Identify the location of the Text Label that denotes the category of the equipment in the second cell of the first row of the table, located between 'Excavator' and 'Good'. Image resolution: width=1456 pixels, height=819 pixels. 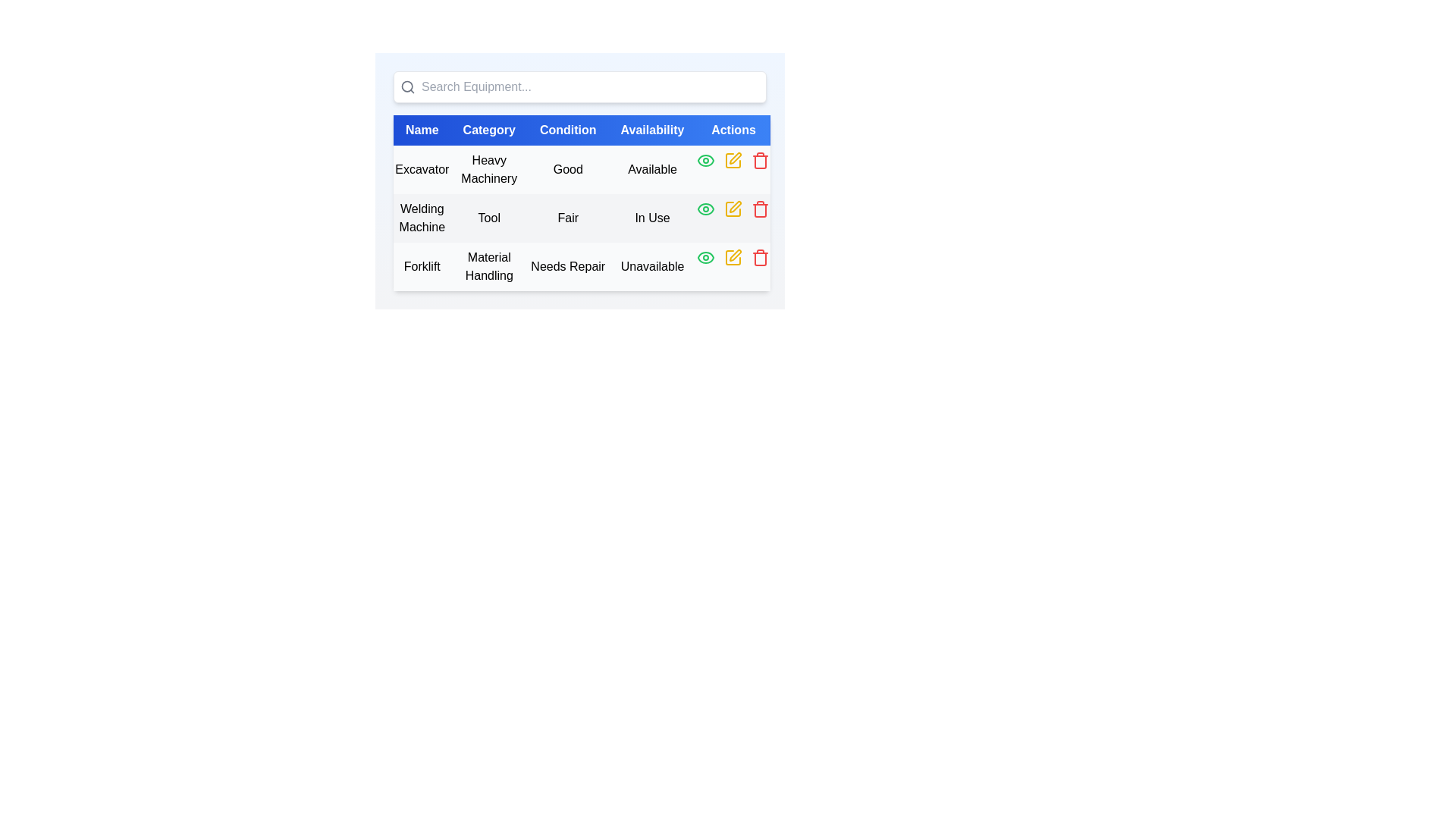
(488, 169).